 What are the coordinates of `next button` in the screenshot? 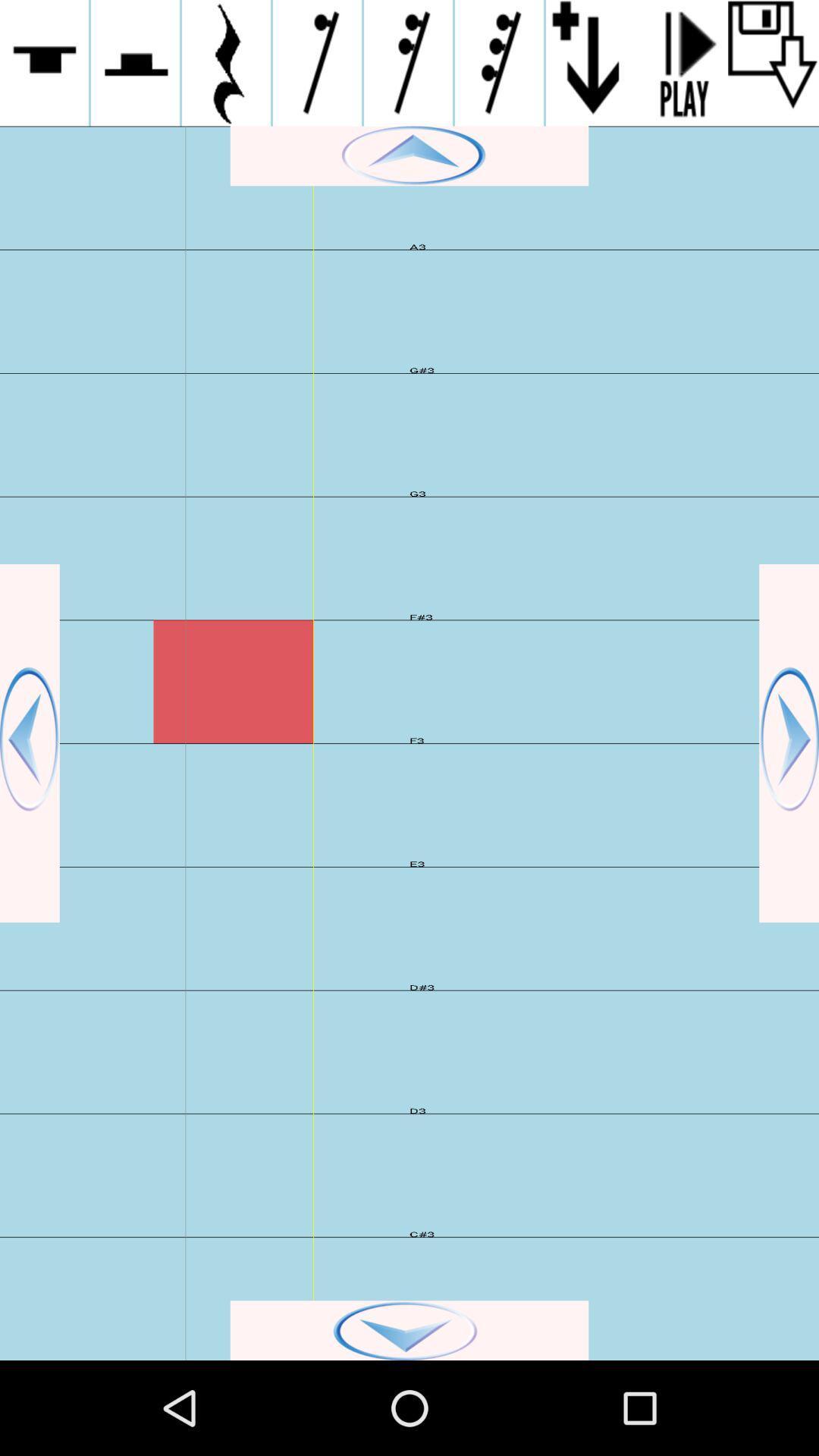 It's located at (788, 743).